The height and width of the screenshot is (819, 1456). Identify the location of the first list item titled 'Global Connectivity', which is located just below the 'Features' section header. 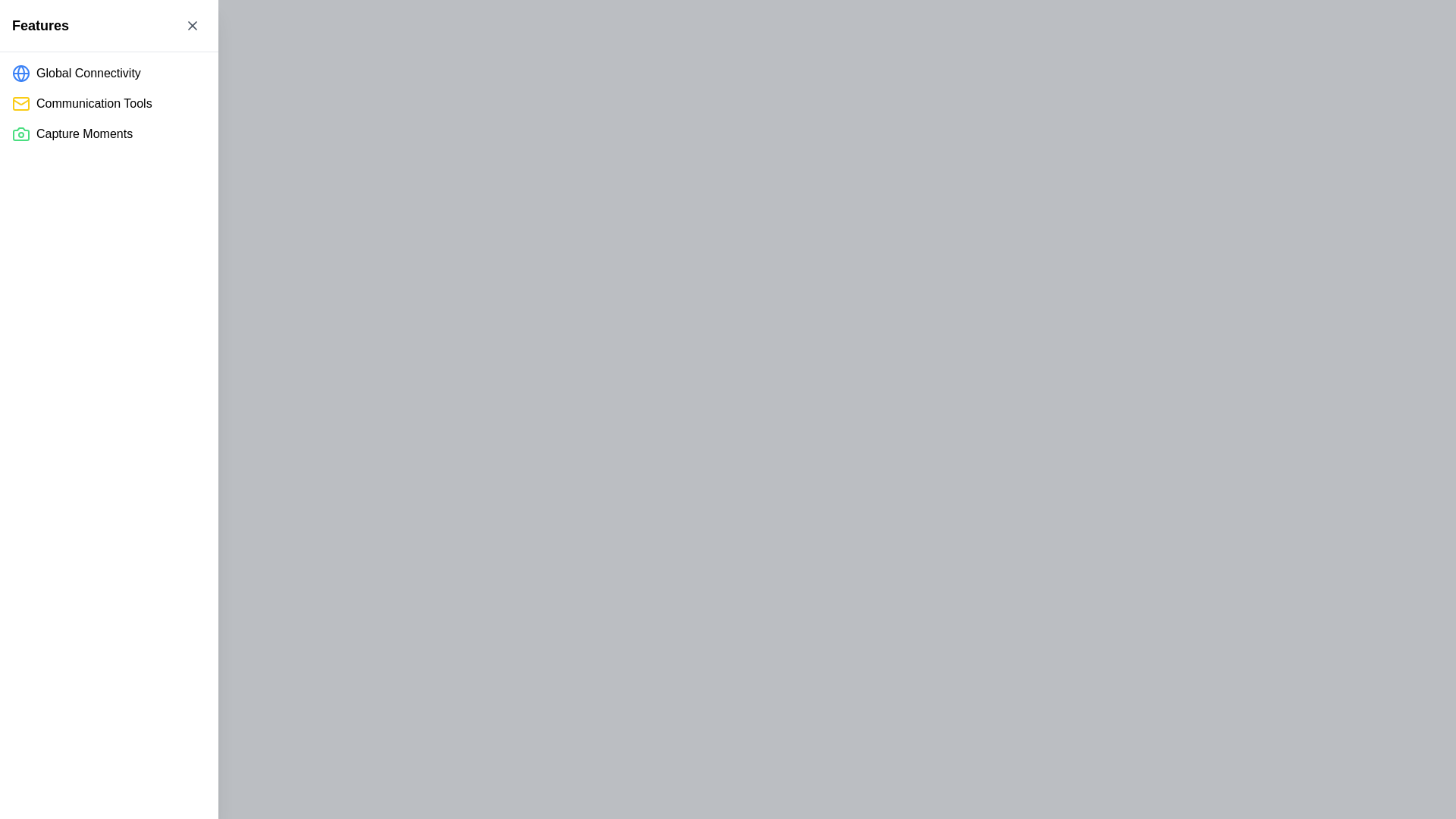
(108, 73).